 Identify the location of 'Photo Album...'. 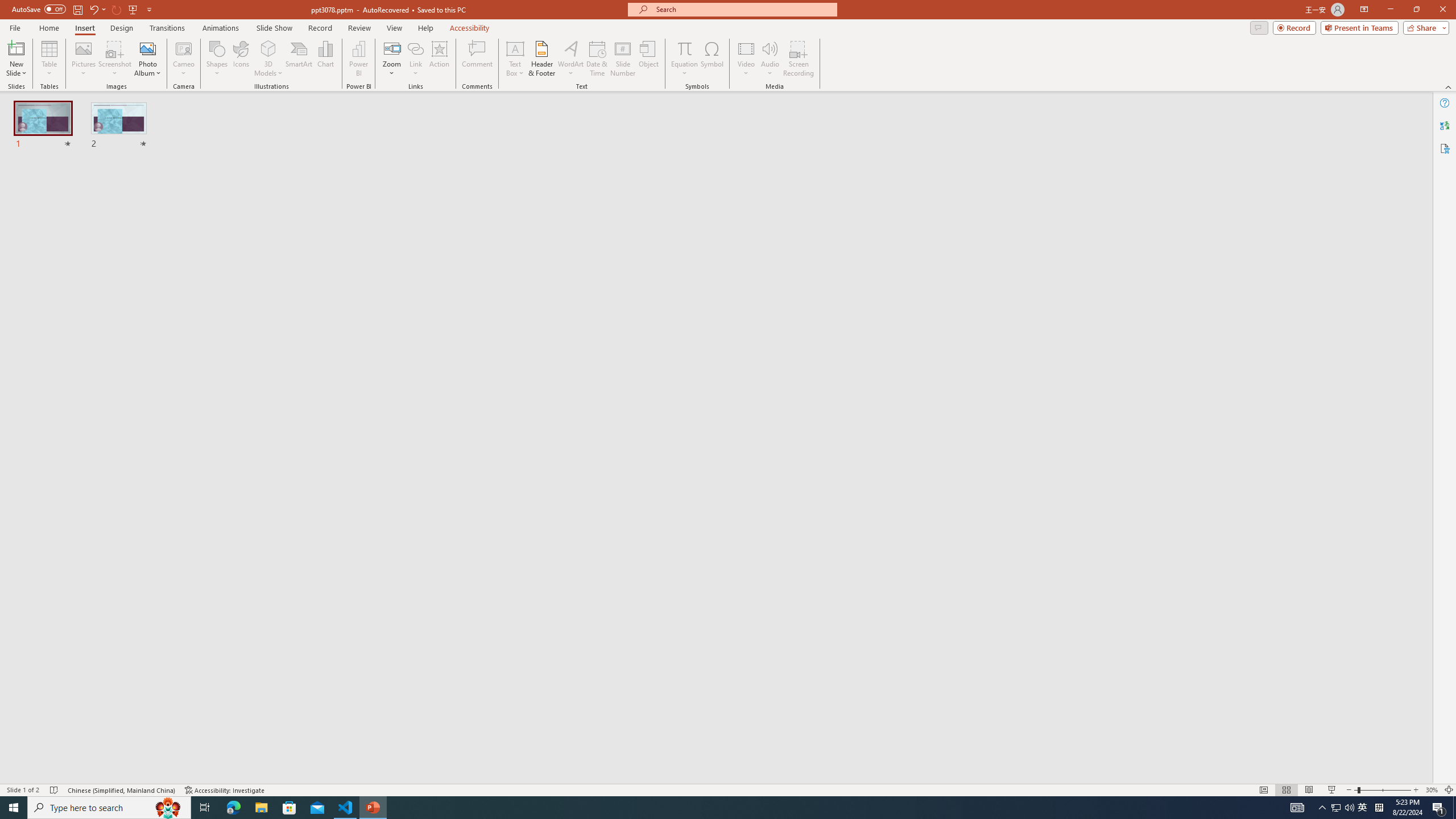
(147, 59).